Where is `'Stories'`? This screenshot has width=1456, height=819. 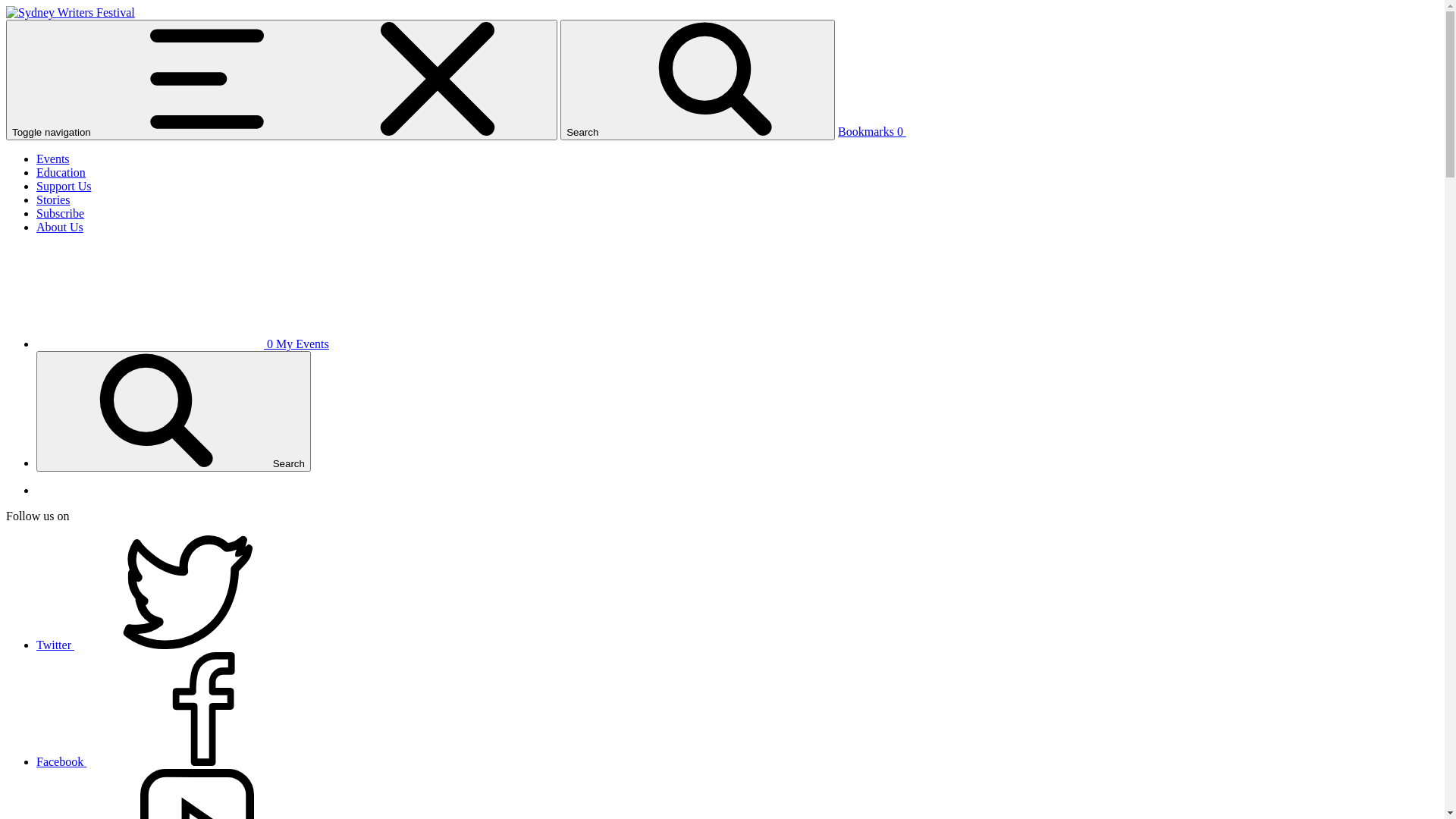 'Stories' is located at coordinates (53, 199).